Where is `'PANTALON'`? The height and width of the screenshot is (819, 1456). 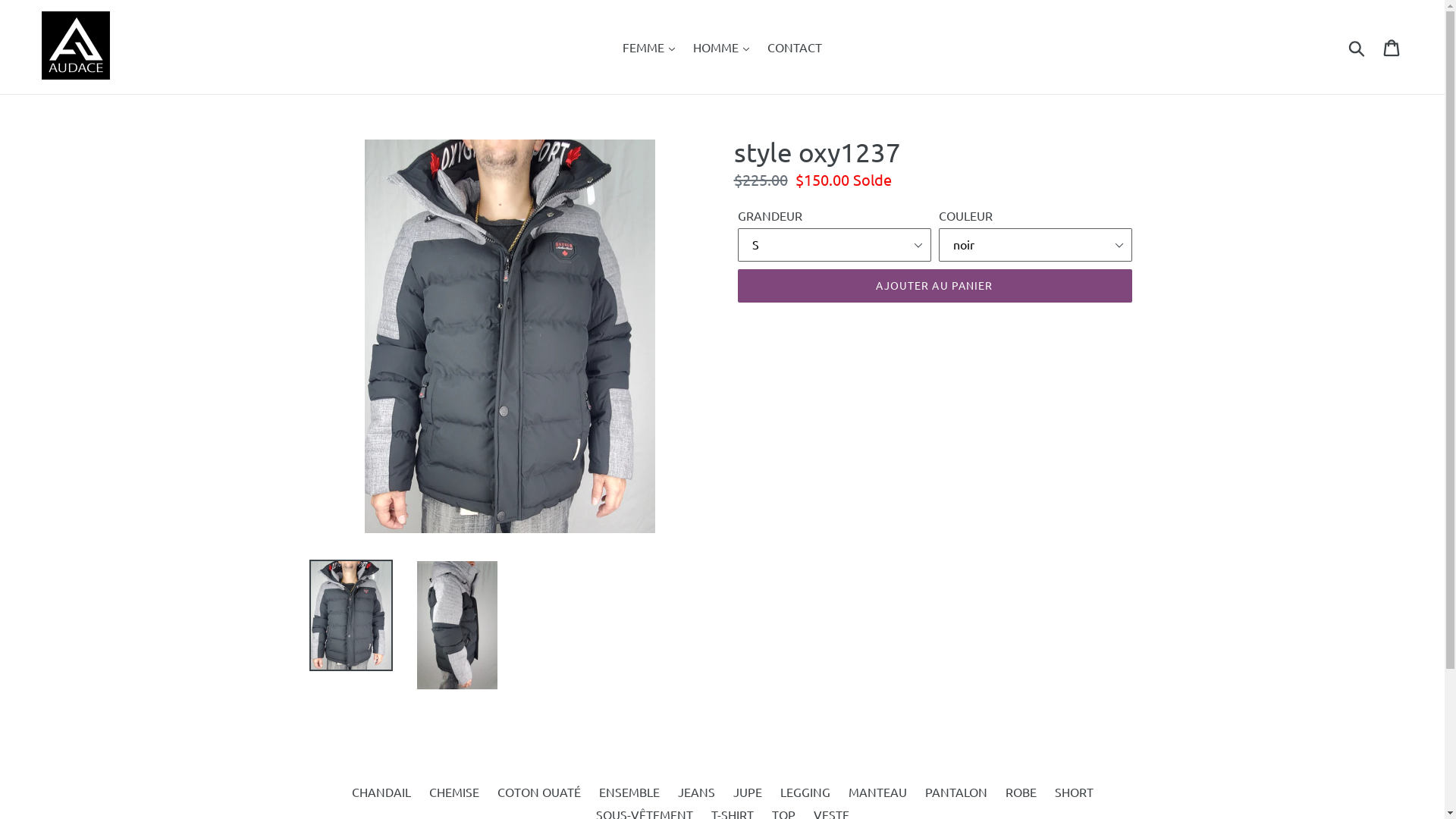
'PANTALON' is located at coordinates (955, 791).